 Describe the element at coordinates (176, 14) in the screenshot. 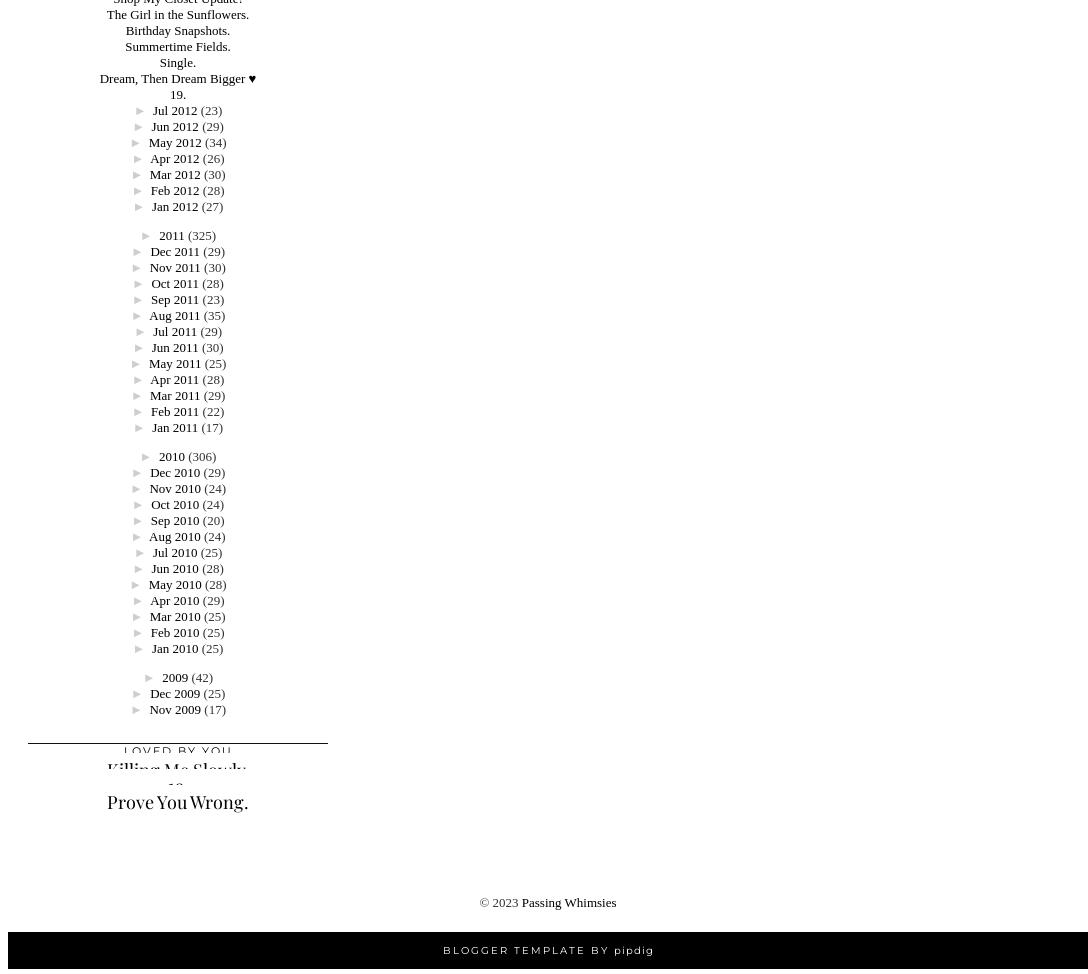

I see `'The Girl in the Sunflowers.'` at that location.